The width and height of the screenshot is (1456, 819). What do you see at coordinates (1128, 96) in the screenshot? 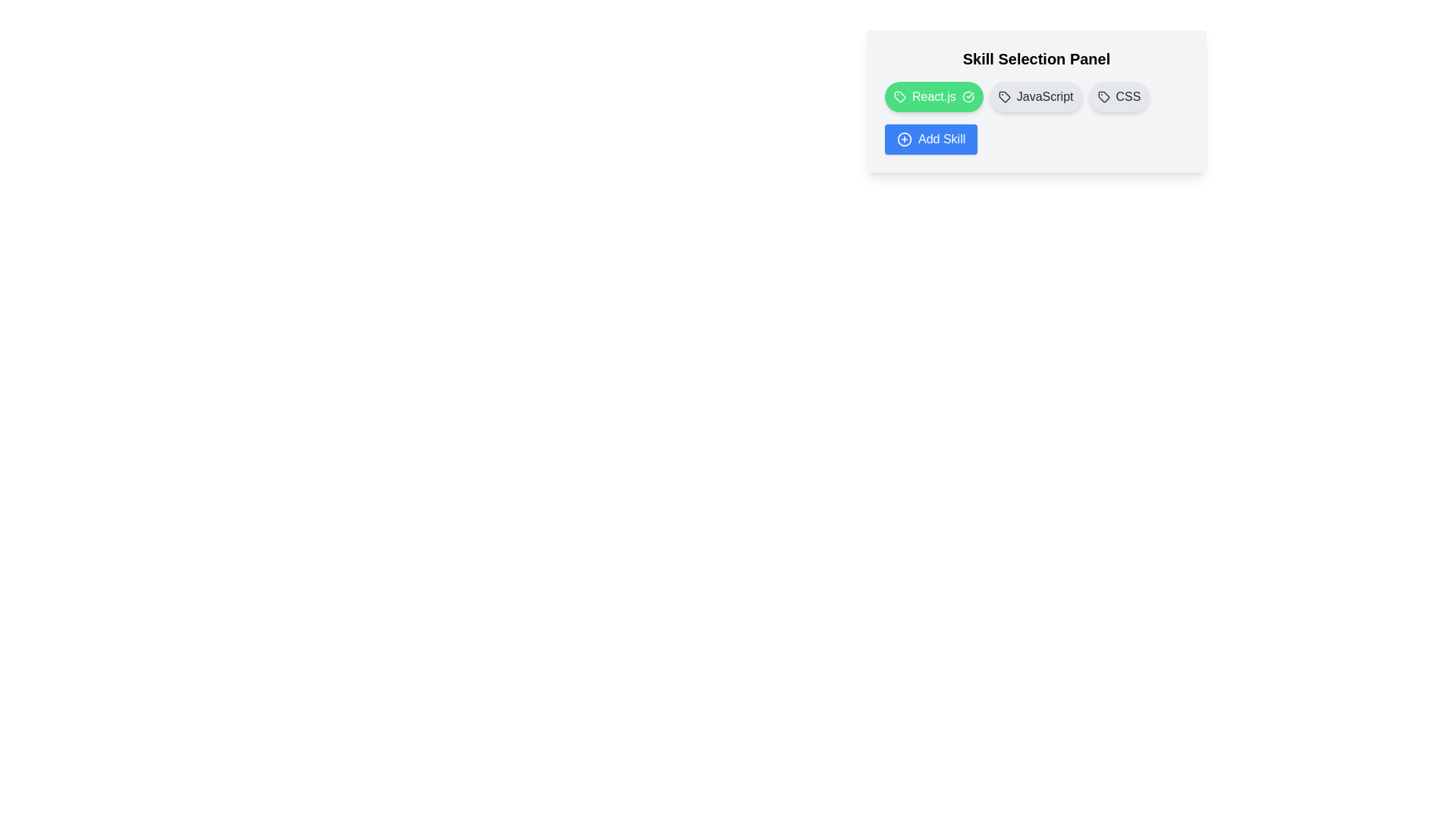
I see `the 'CSS' skill label in the skill selection interface, which is the last tag in the row of skills at the top-right section` at bounding box center [1128, 96].